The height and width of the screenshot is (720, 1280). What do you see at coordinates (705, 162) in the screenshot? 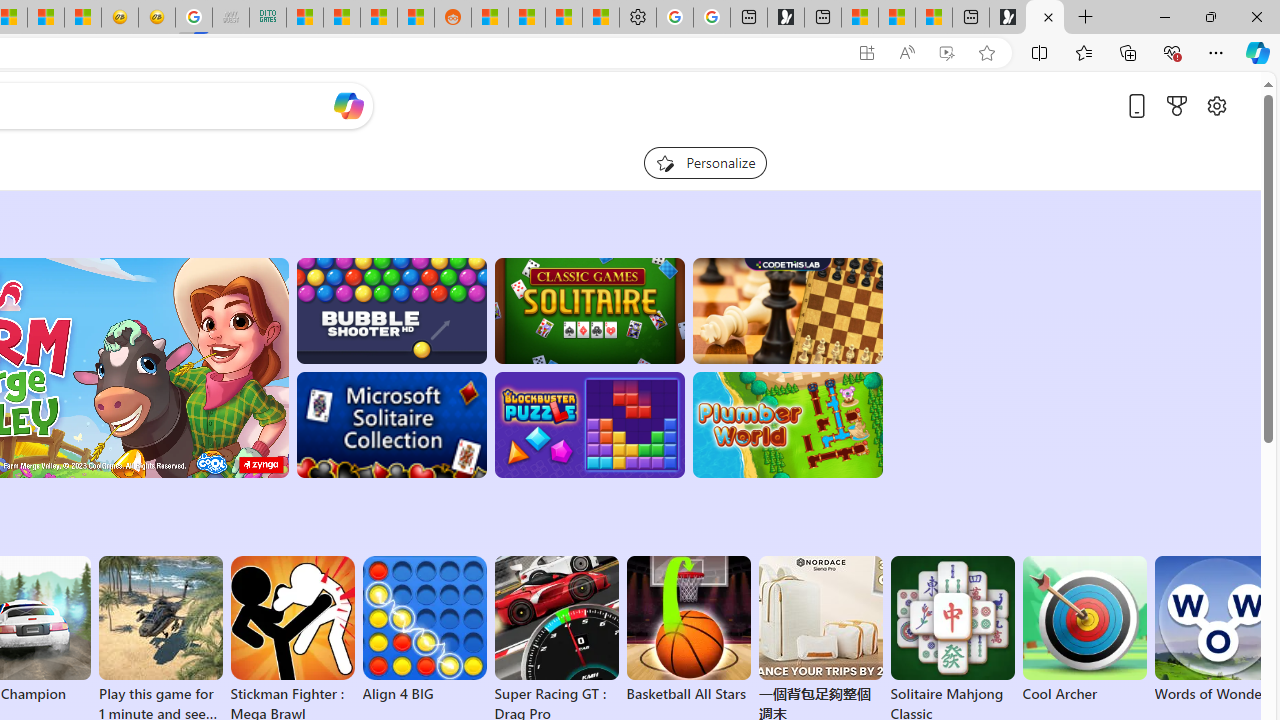
I see `'Personalize your feed"'` at bounding box center [705, 162].